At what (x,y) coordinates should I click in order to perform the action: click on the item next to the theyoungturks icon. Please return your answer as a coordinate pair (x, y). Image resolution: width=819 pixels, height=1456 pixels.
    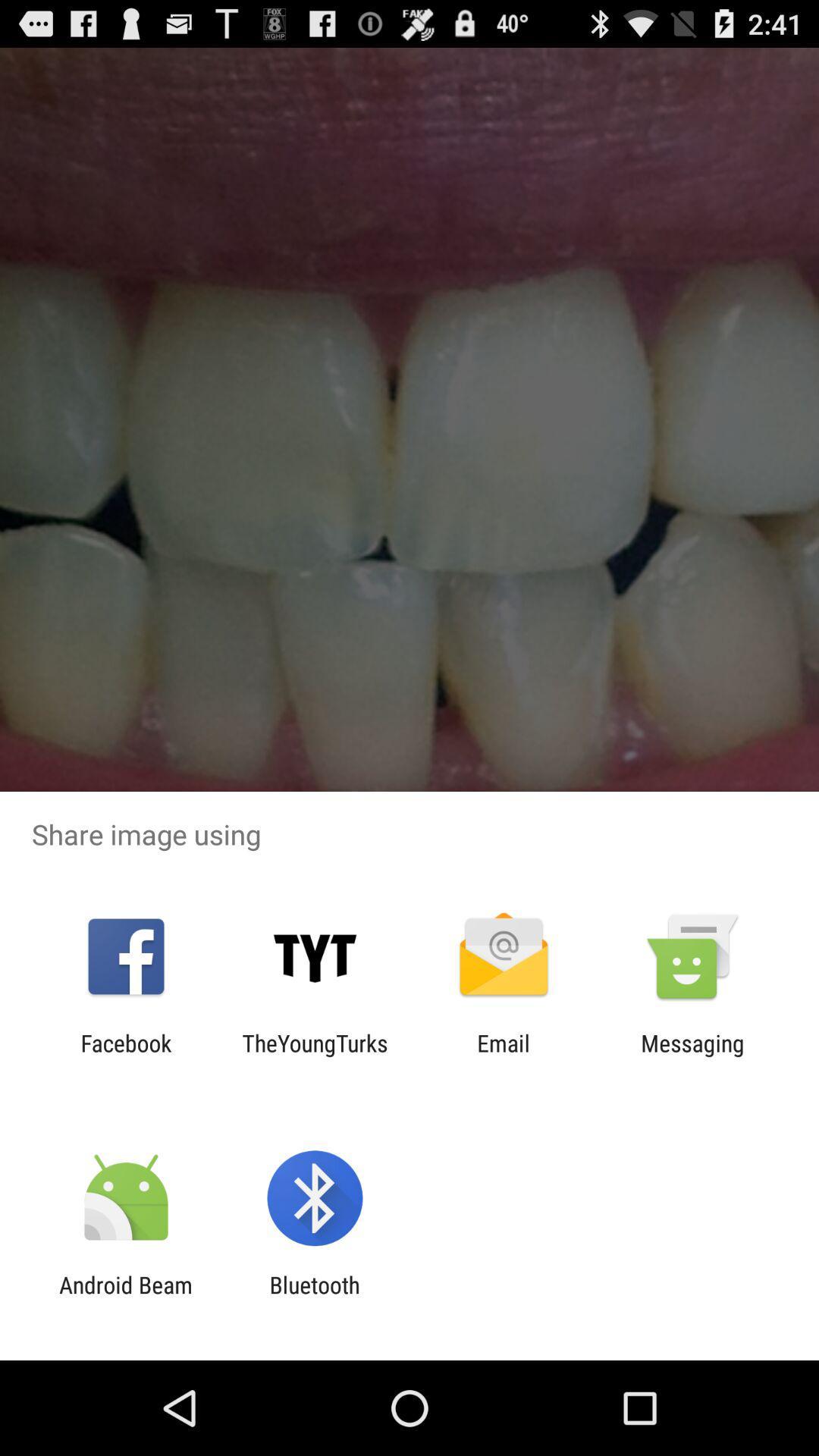
    Looking at the image, I should click on (125, 1056).